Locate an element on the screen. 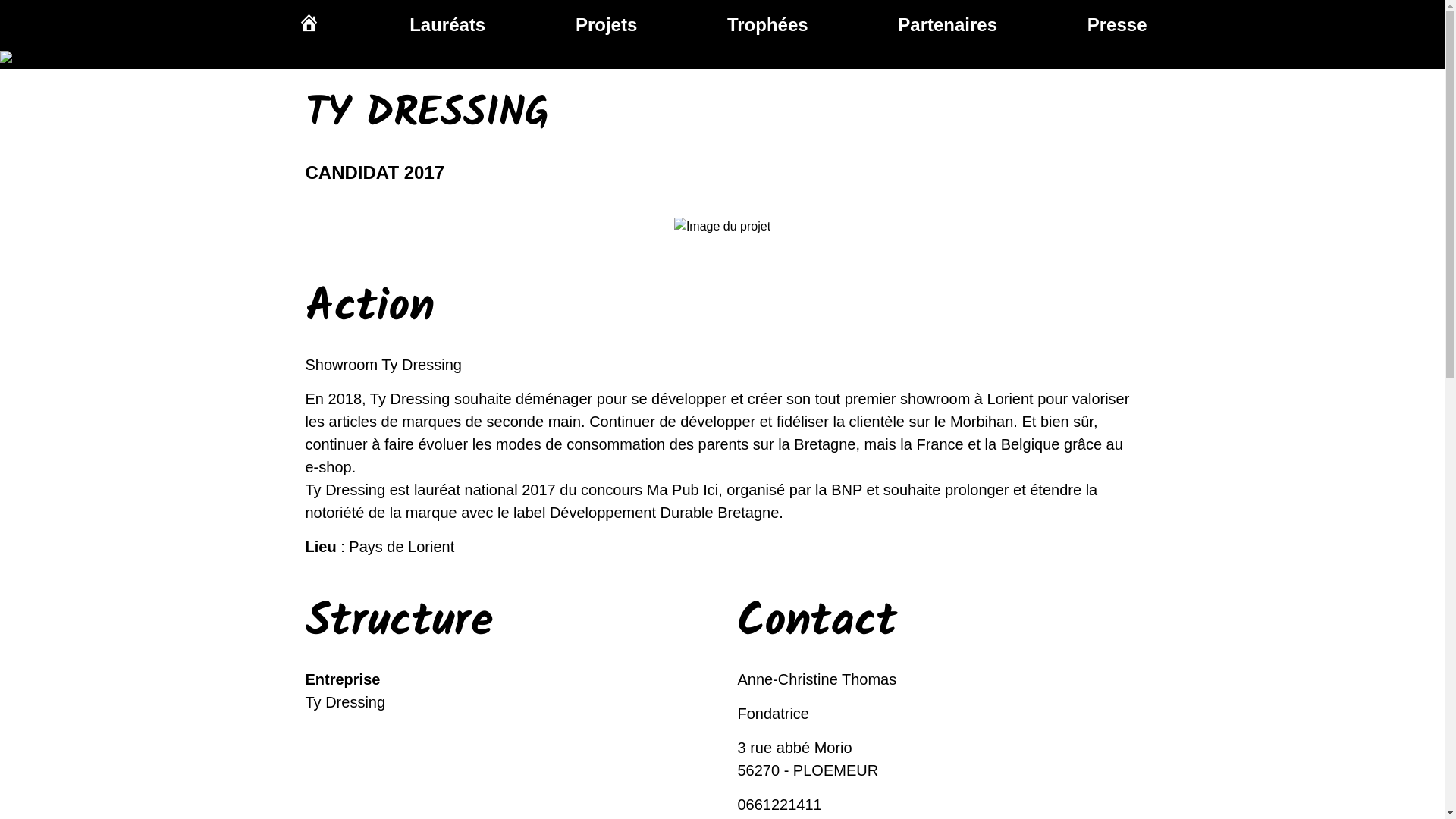 Image resolution: width=1456 pixels, height=819 pixels. 'Presse' is located at coordinates (1117, 24).